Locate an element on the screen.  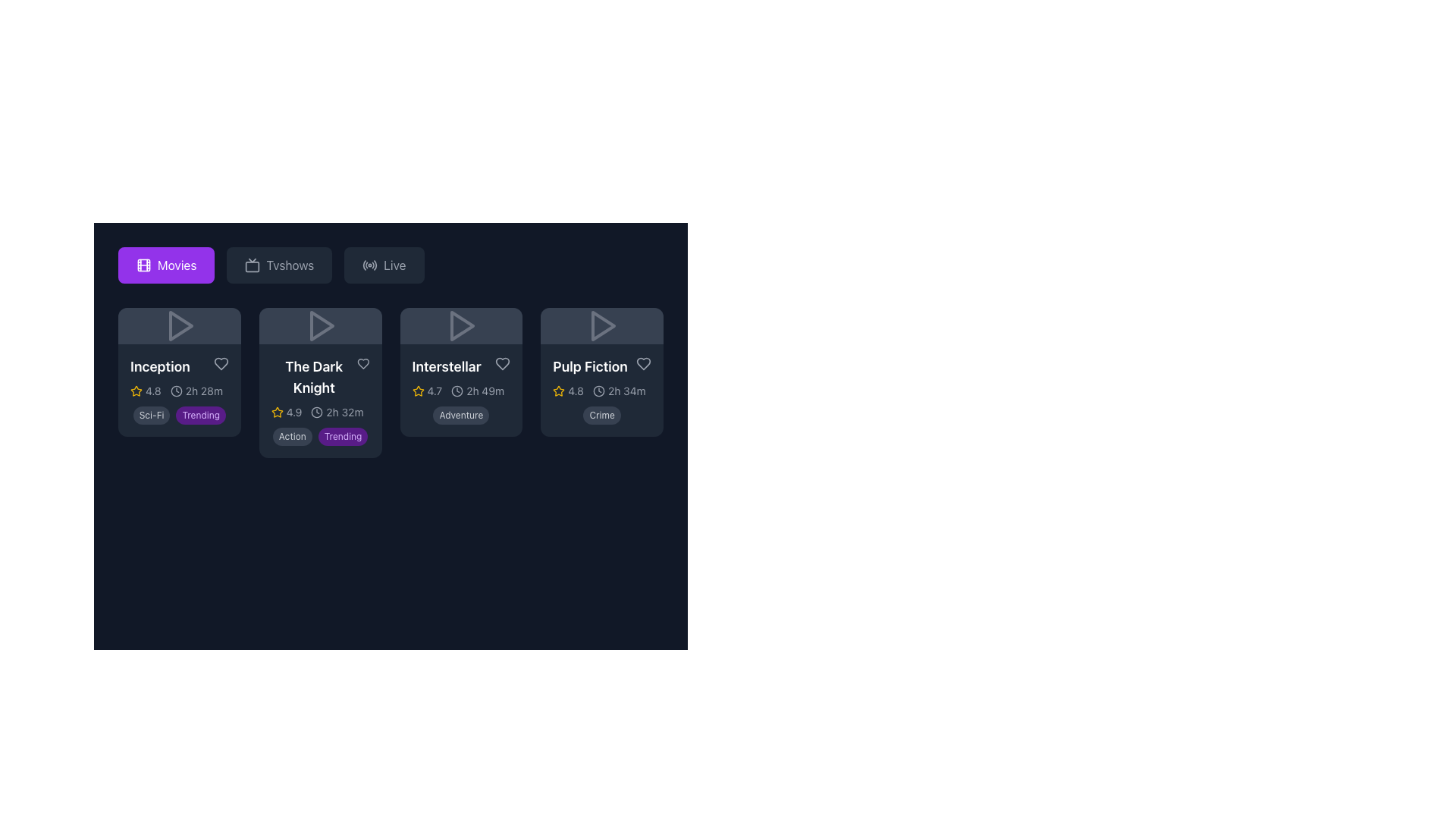
the 'Live' text label is located at coordinates (394, 265).